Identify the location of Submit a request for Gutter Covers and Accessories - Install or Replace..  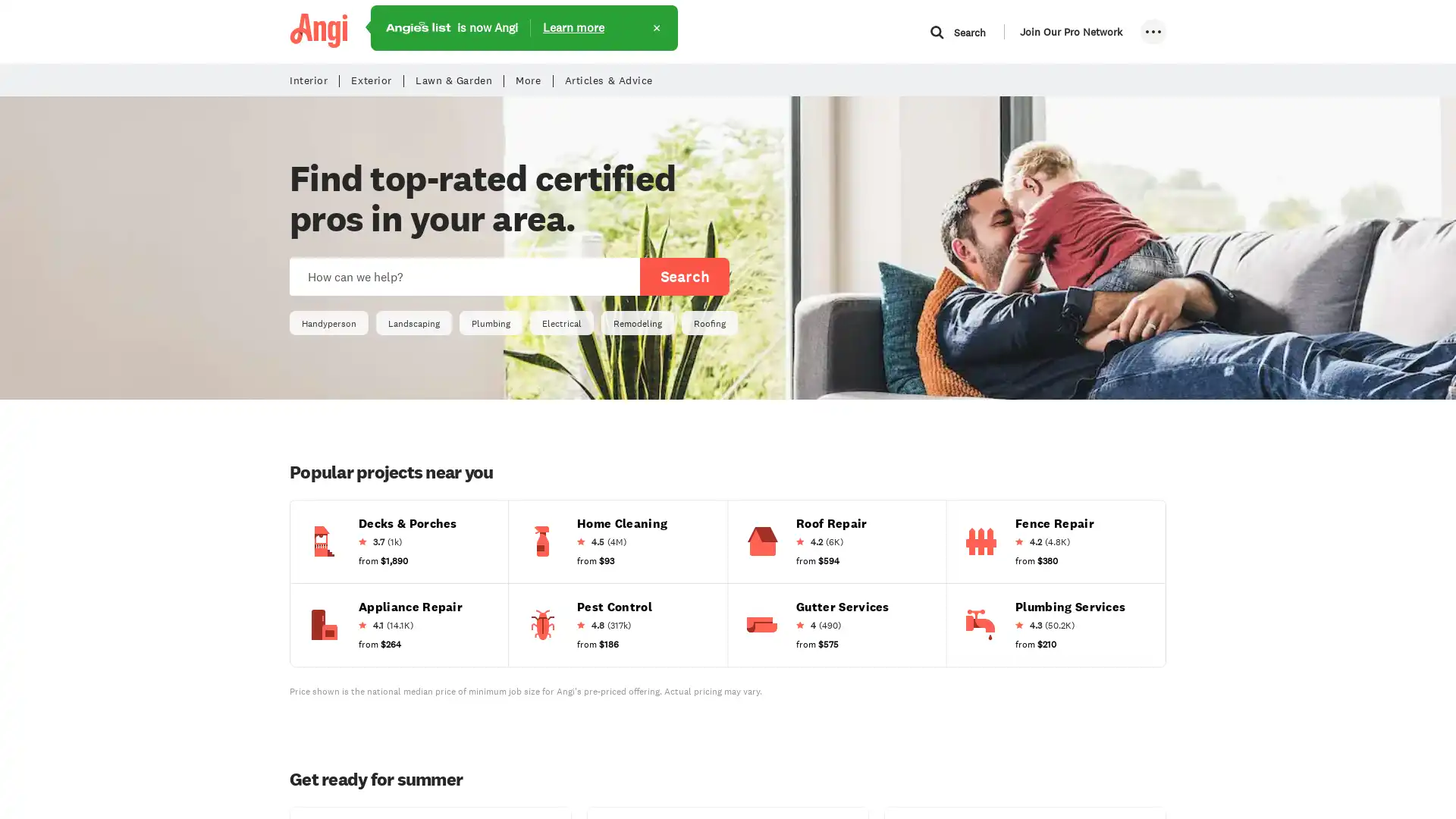
(841, 599).